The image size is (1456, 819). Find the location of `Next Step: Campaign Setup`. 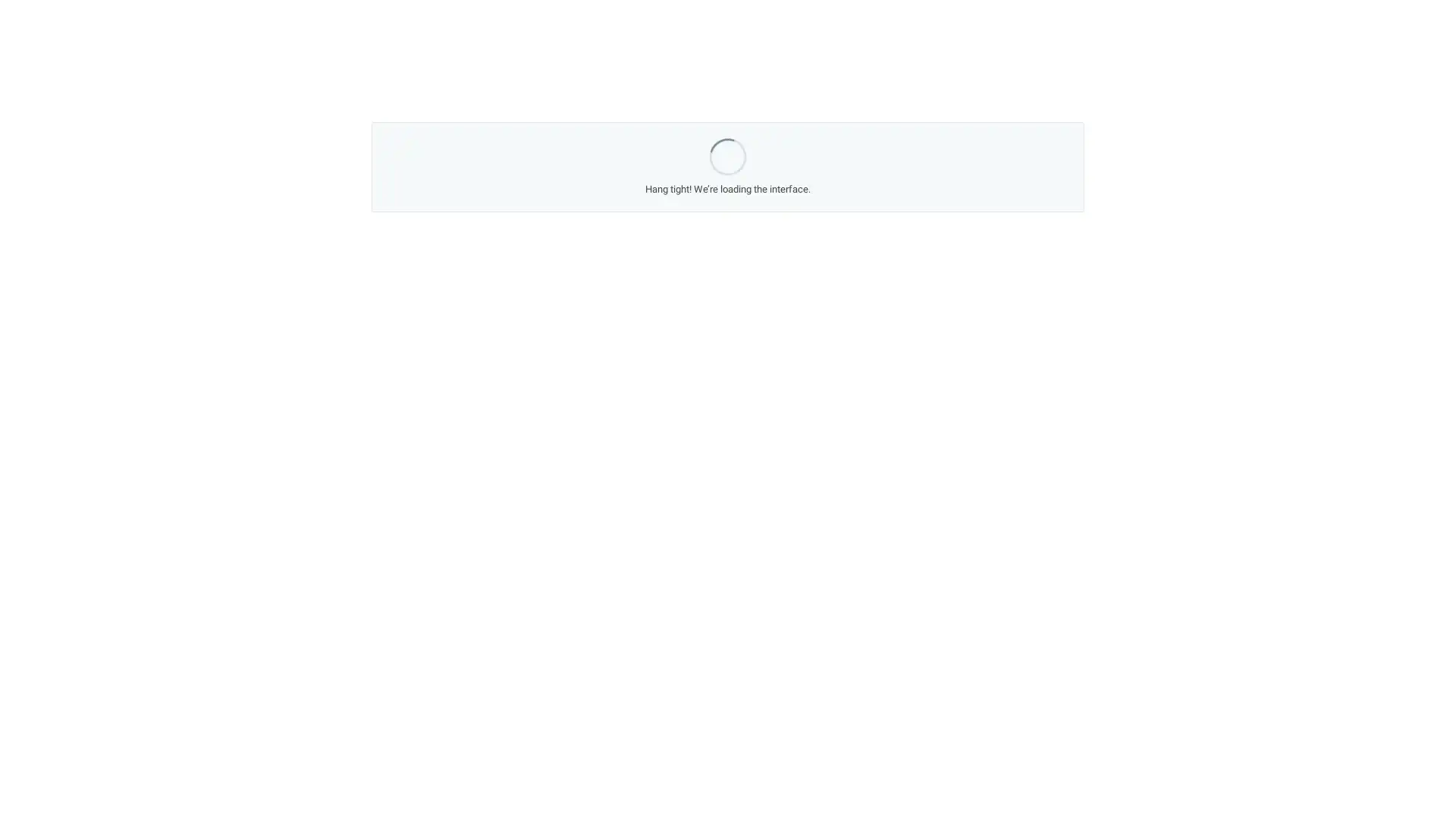

Next Step: Campaign Setup is located at coordinates (850, 540).